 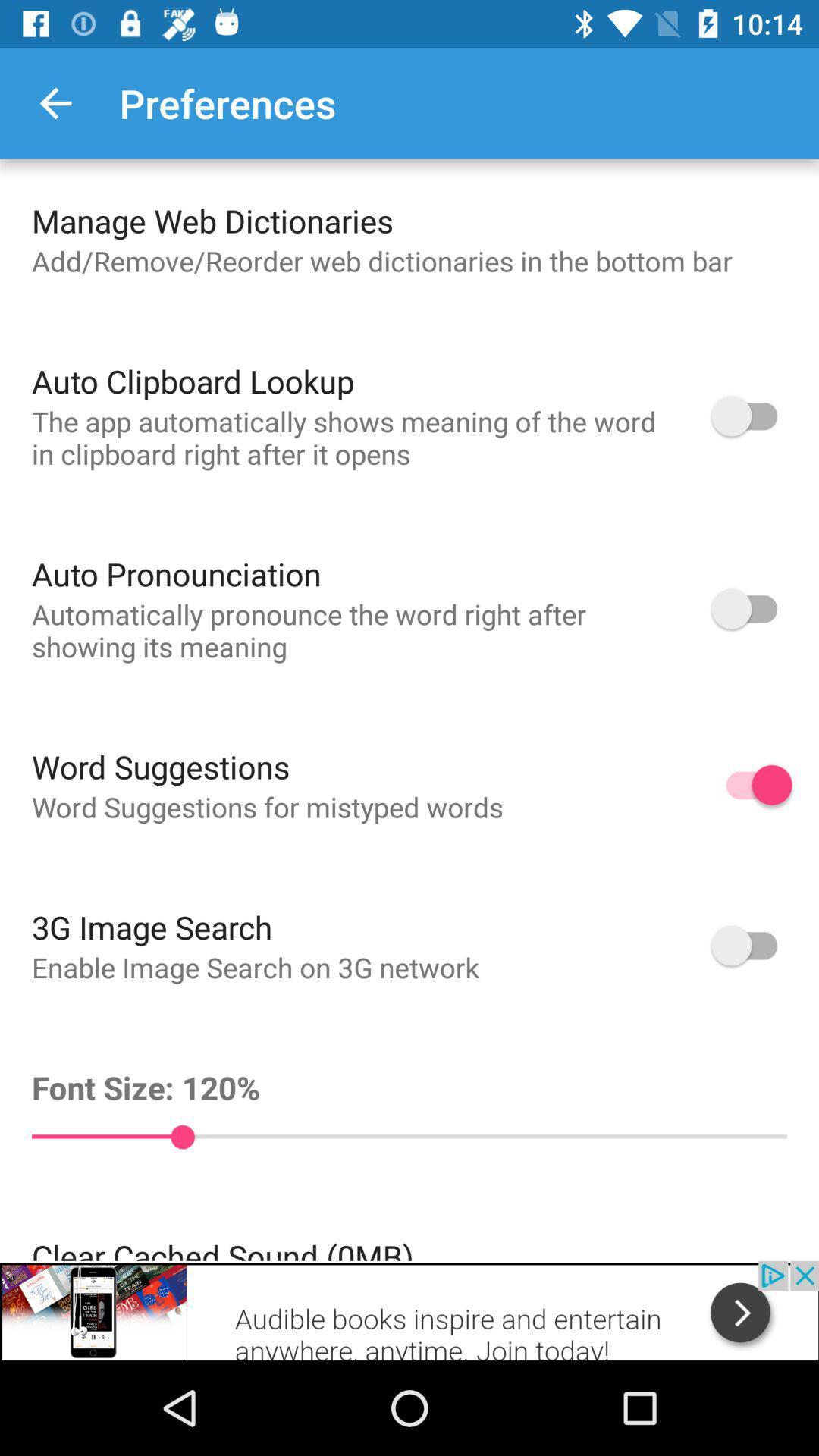 I want to click on advertisement, so click(x=409, y=1310).